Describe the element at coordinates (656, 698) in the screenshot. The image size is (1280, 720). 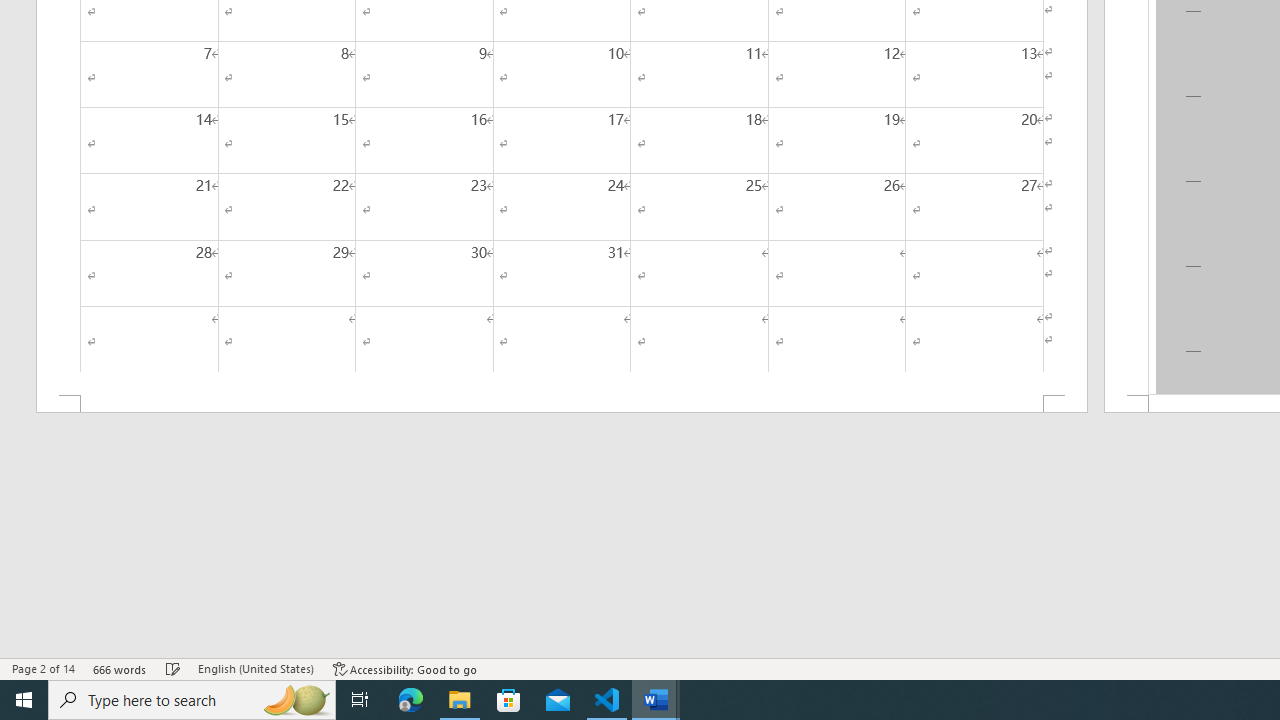
I see `'Word - 2 running windows'` at that location.